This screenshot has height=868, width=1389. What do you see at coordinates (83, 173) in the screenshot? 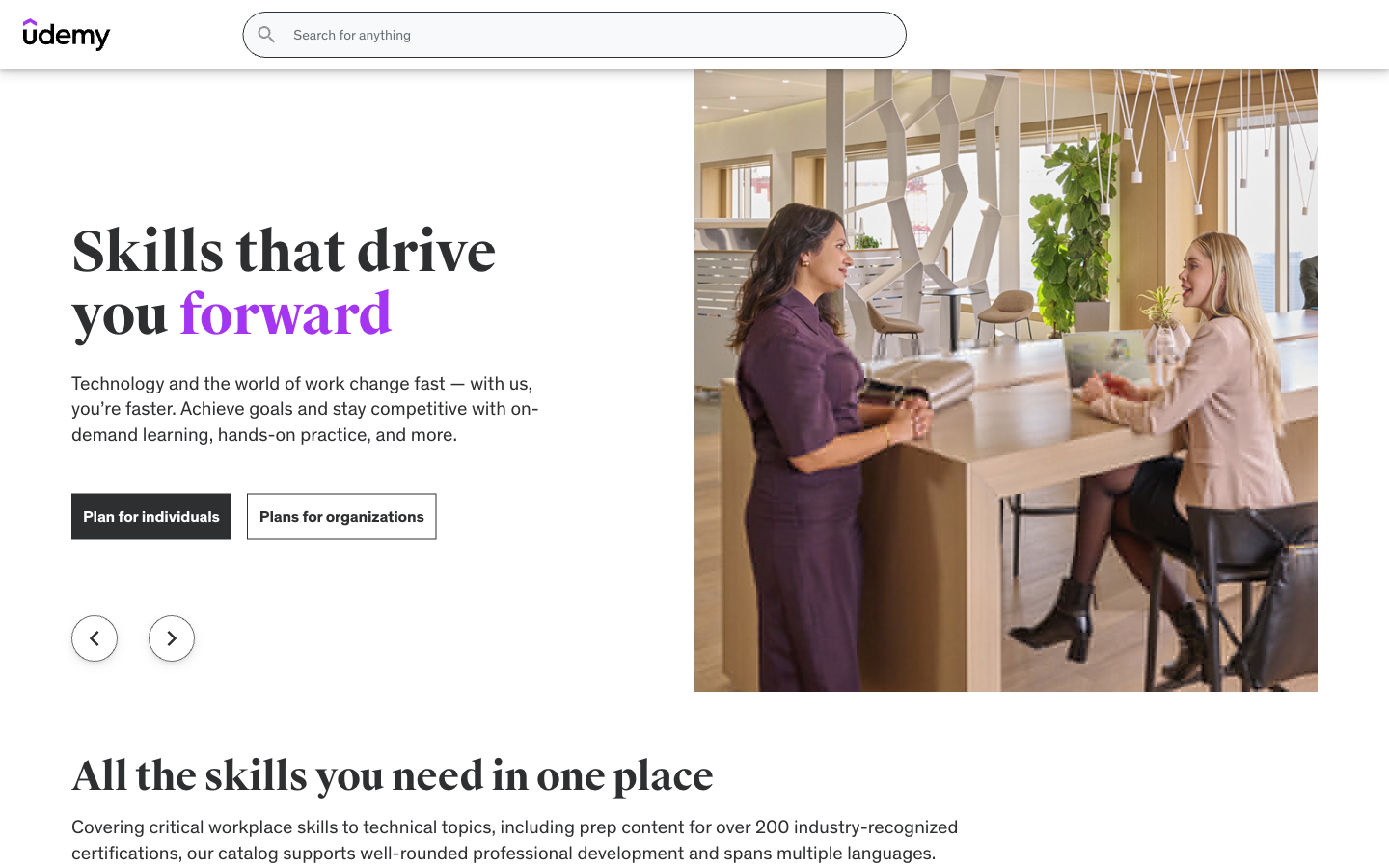
I see `main page` at bounding box center [83, 173].